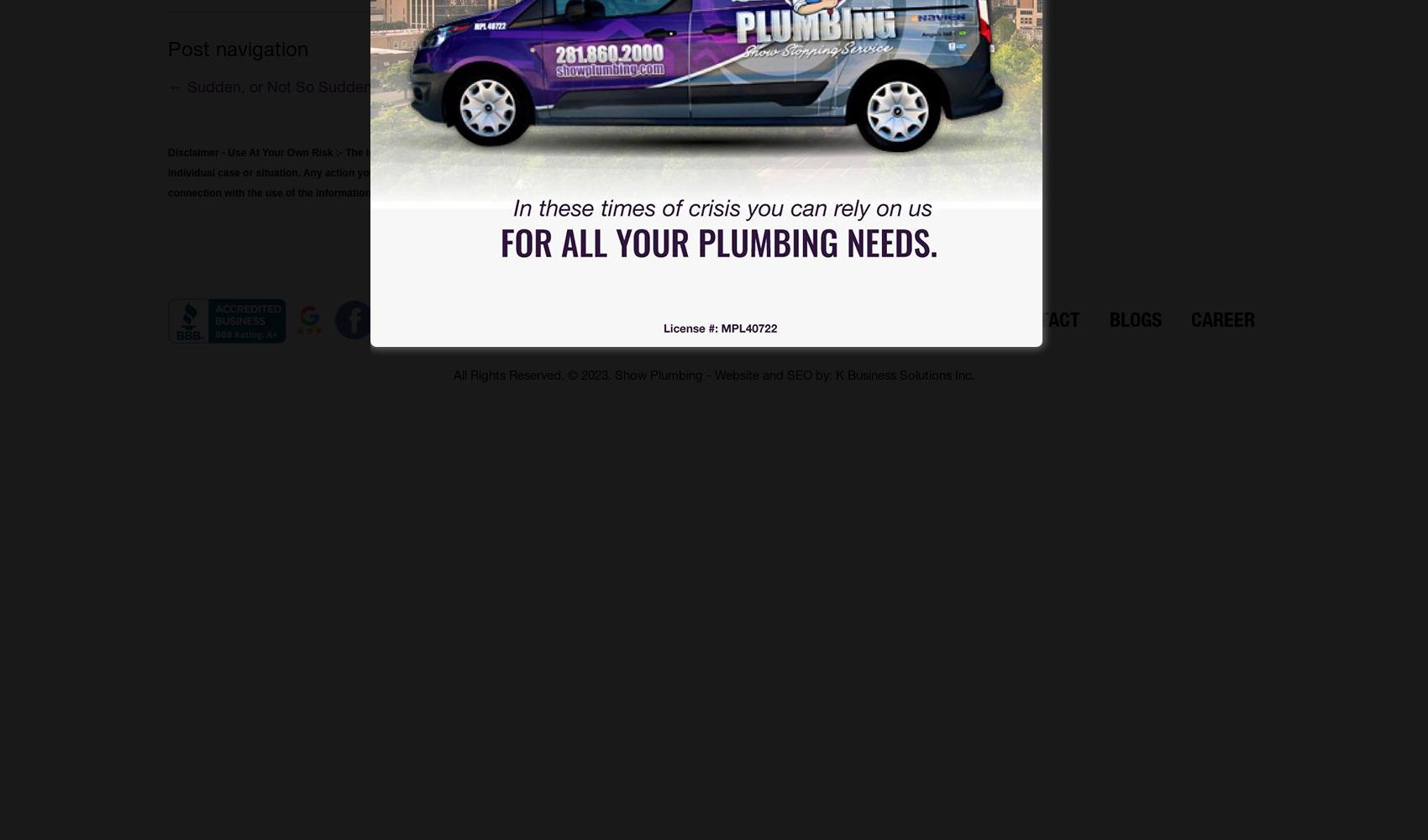  What do you see at coordinates (561, 172) in the screenshot?
I see `'Disclaimer - Use At Your Own Risk :- The information on this website is for general information purposes only. Nothing on this site should be taken as advice for any individual case or situation. Any action you take upon the information on these blogs are strictly at your own risk. We will not be liable for any losses or damages in connection with the use of the information from these blogs.'` at bounding box center [561, 172].